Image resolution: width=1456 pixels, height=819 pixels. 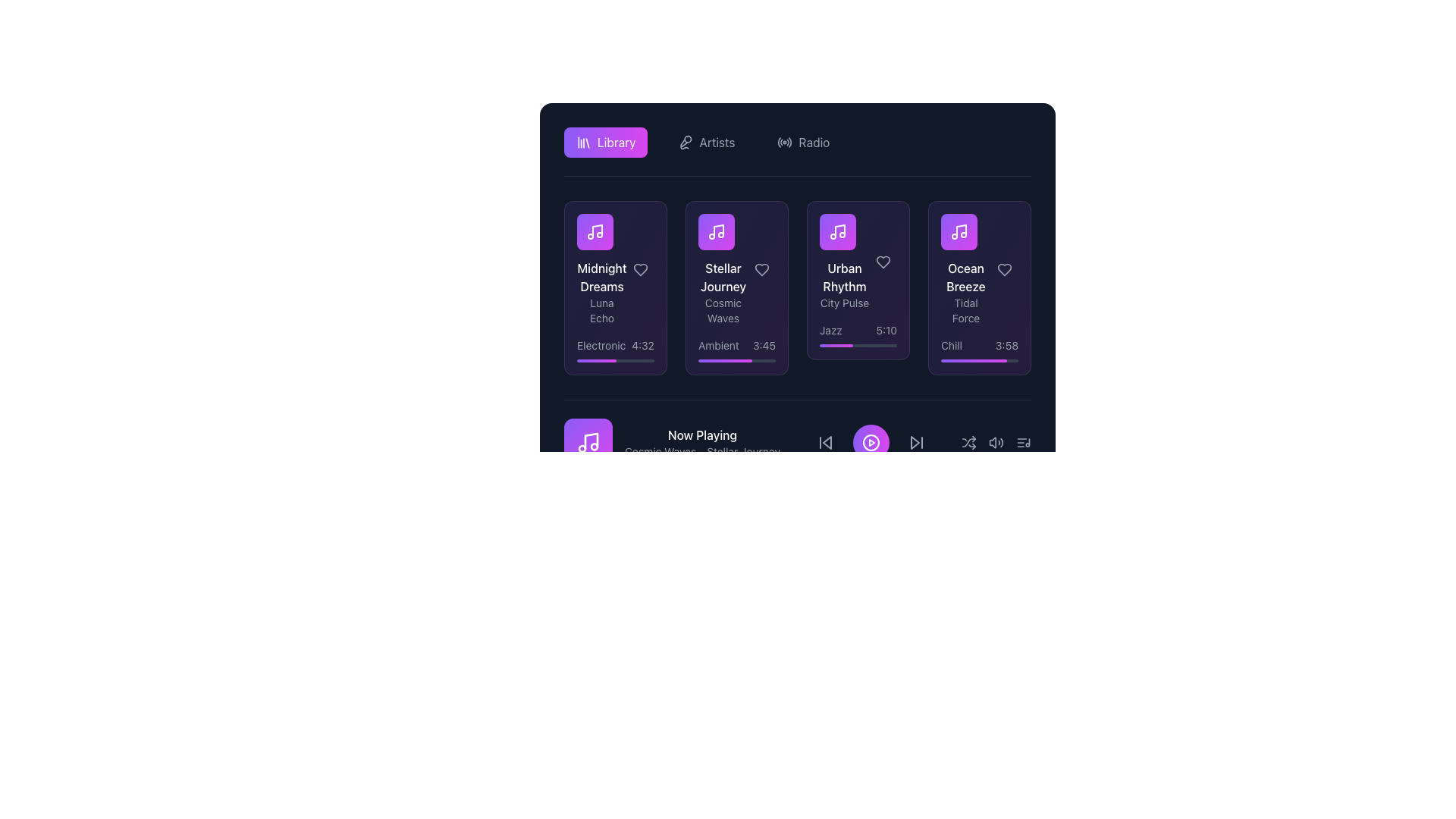 I want to click on the Progress bar located at the bottom of the fourth card in the horizontal sequence, which represents progress or a measure related to the card's content, so click(x=974, y=360).